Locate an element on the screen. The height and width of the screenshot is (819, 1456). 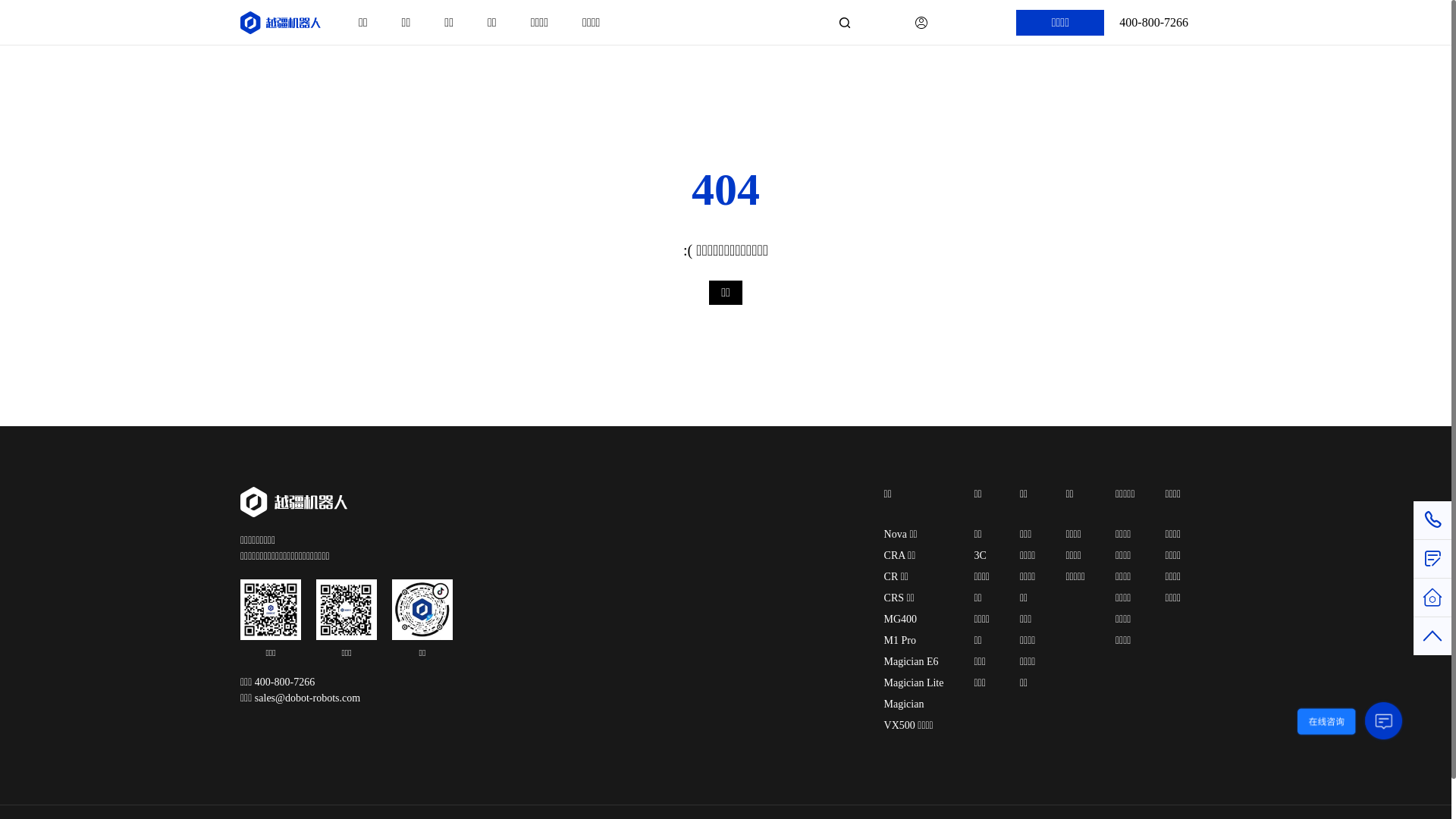
'Magician' is located at coordinates (904, 704).